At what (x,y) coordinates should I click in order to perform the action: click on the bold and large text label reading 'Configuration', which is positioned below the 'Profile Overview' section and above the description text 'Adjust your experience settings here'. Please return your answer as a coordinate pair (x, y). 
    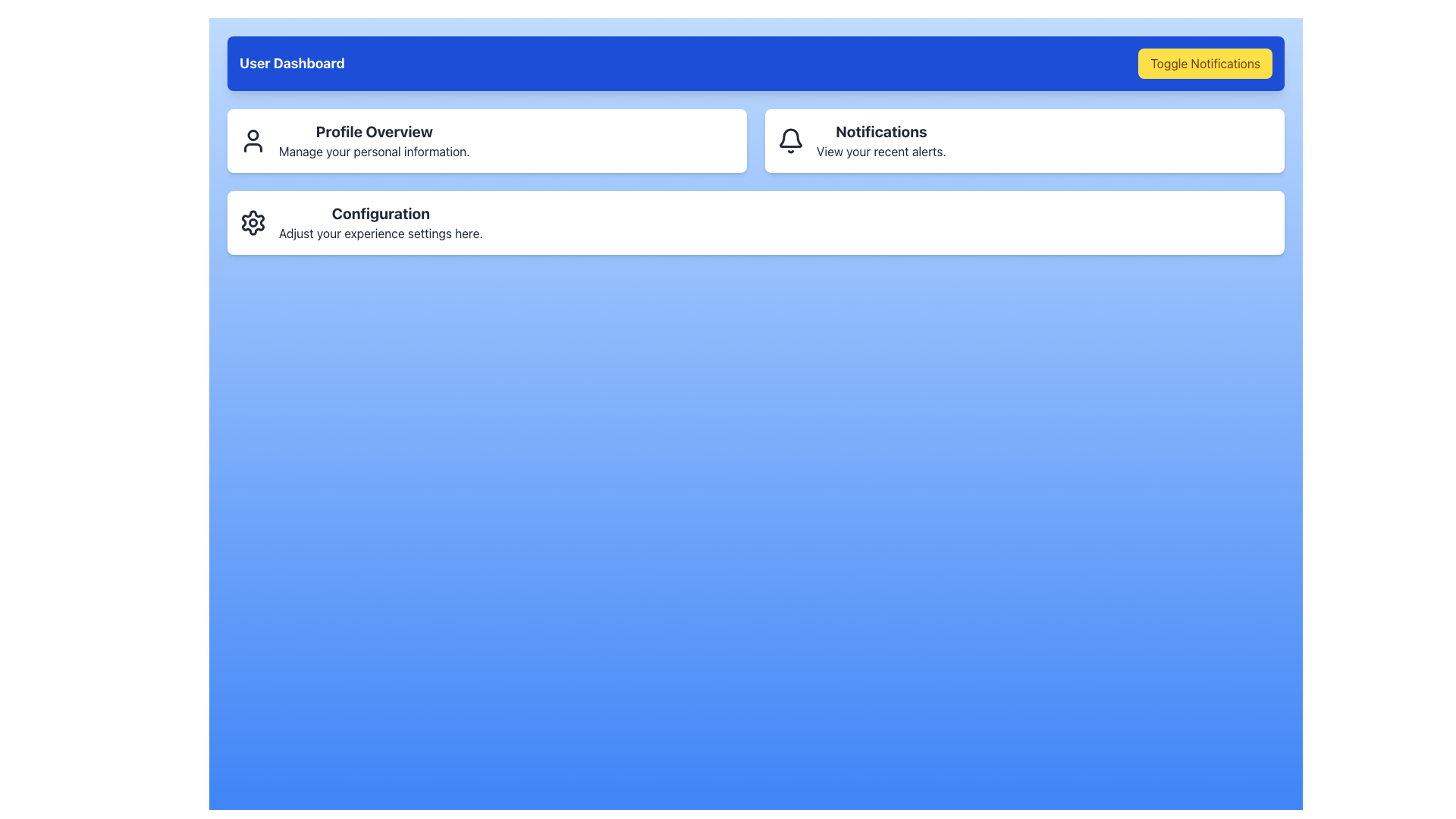
    Looking at the image, I should click on (381, 213).